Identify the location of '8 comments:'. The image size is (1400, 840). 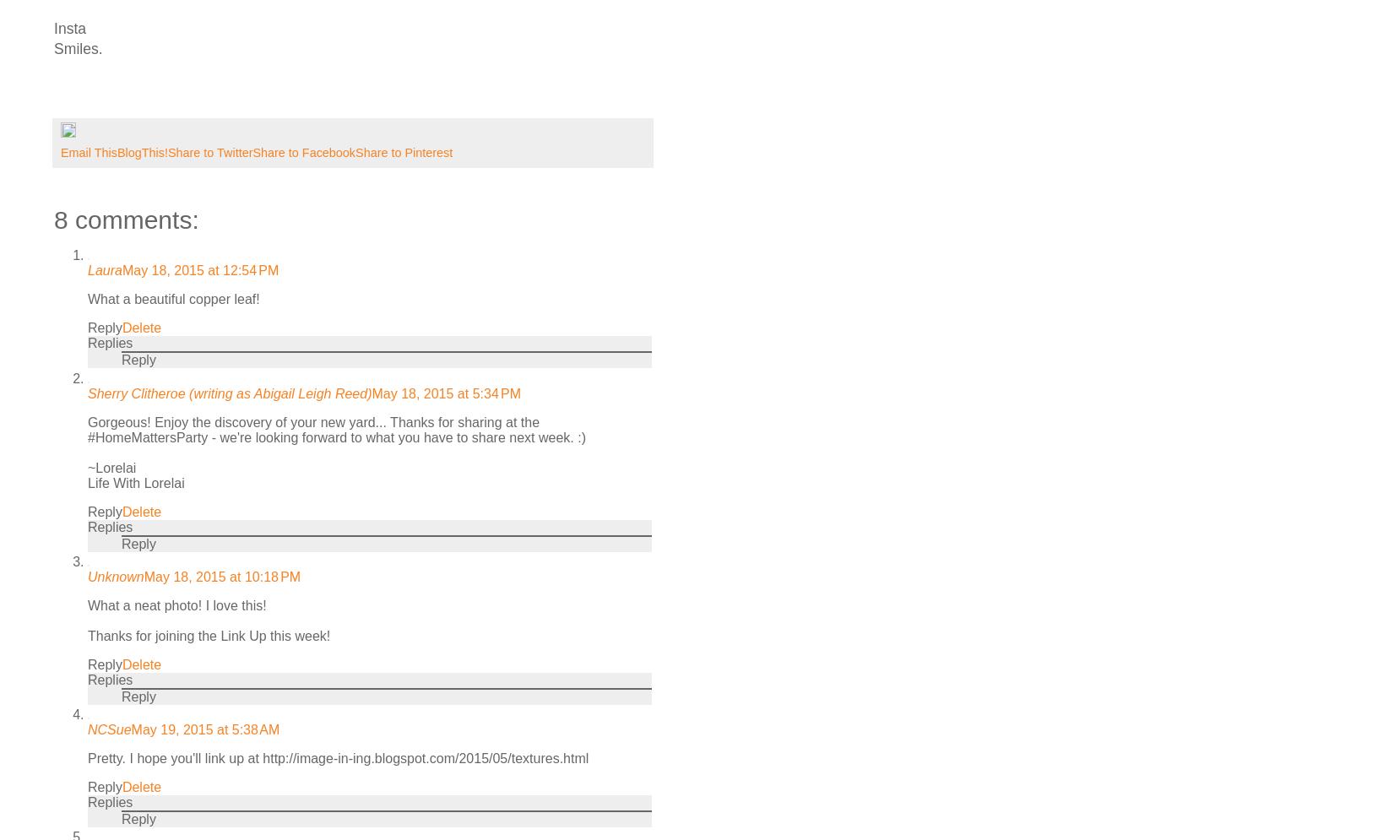
(126, 219).